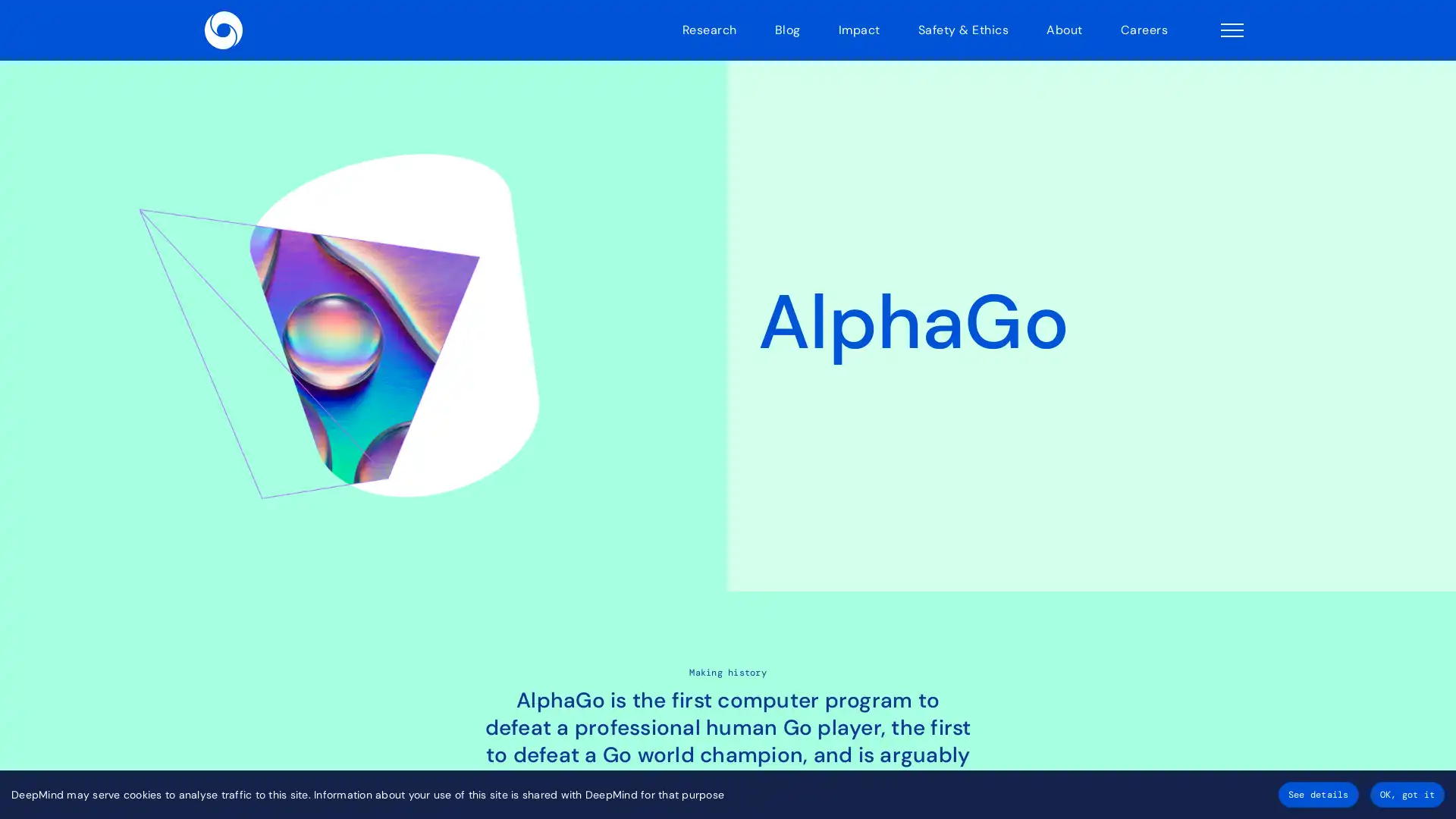  Describe the element at coordinates (1406, 794) in the screenshot. I see `OK, got it` at that location.